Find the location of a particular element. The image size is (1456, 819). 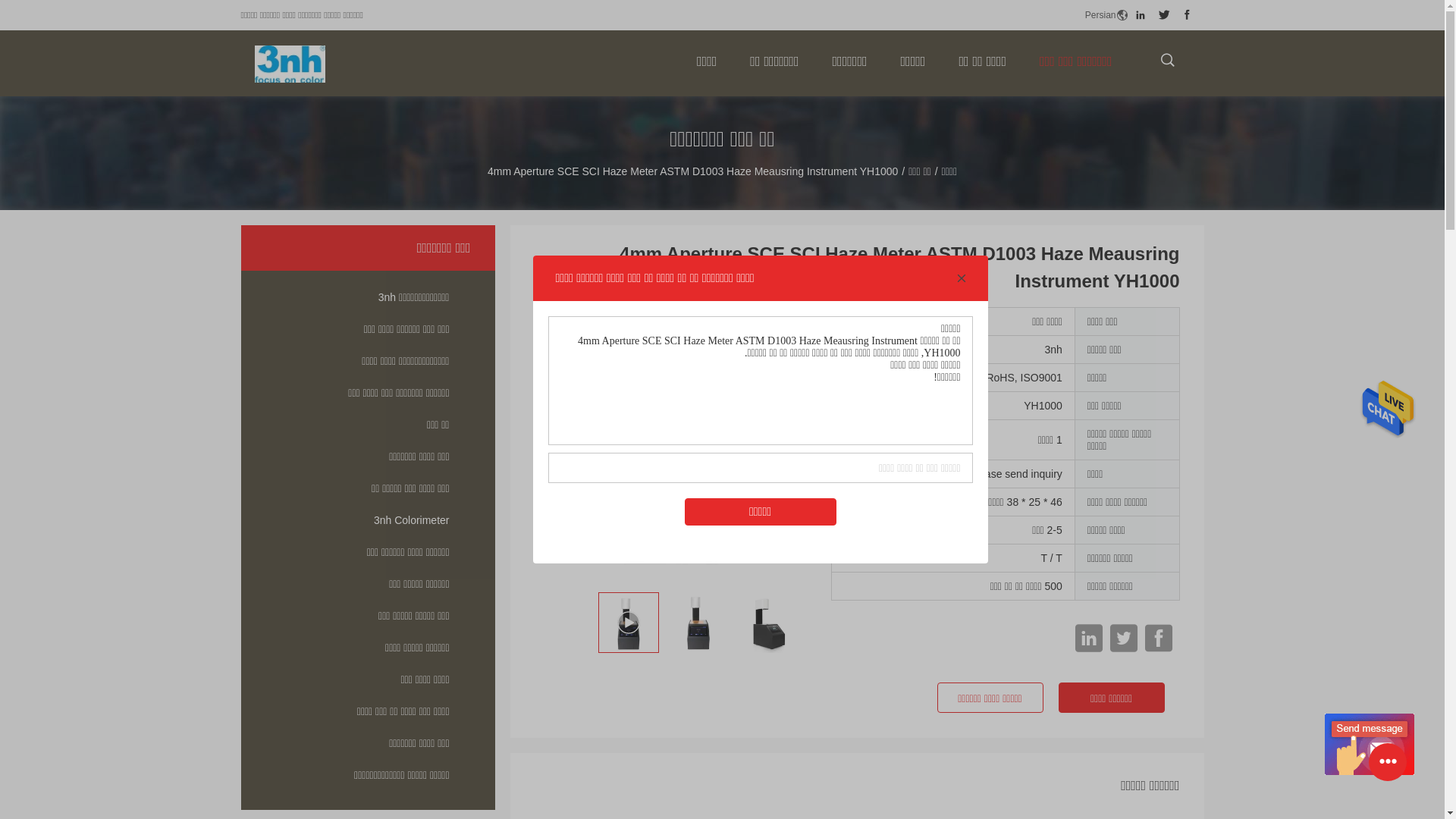

'Shenzhen ThreeNH Technology Co., Ltd. Twitter' is located at coordinates (1163, 14).